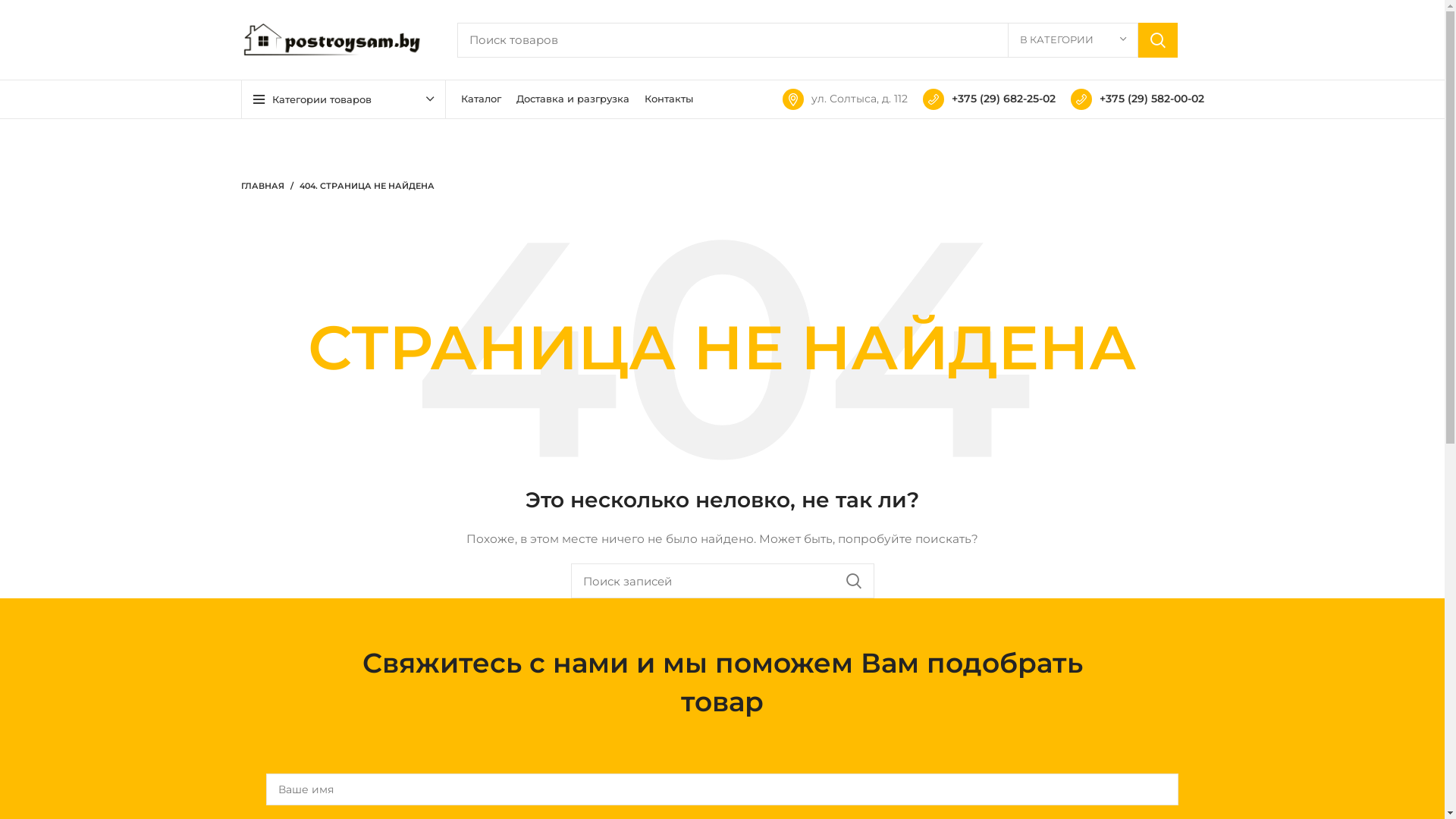 This screenshot has height=819, width=1456. What do you see at coordinates (1069, 99) in the screenshot?
I see `'+375 (29) 582-00-02'` at bounding box center [1069, 99].